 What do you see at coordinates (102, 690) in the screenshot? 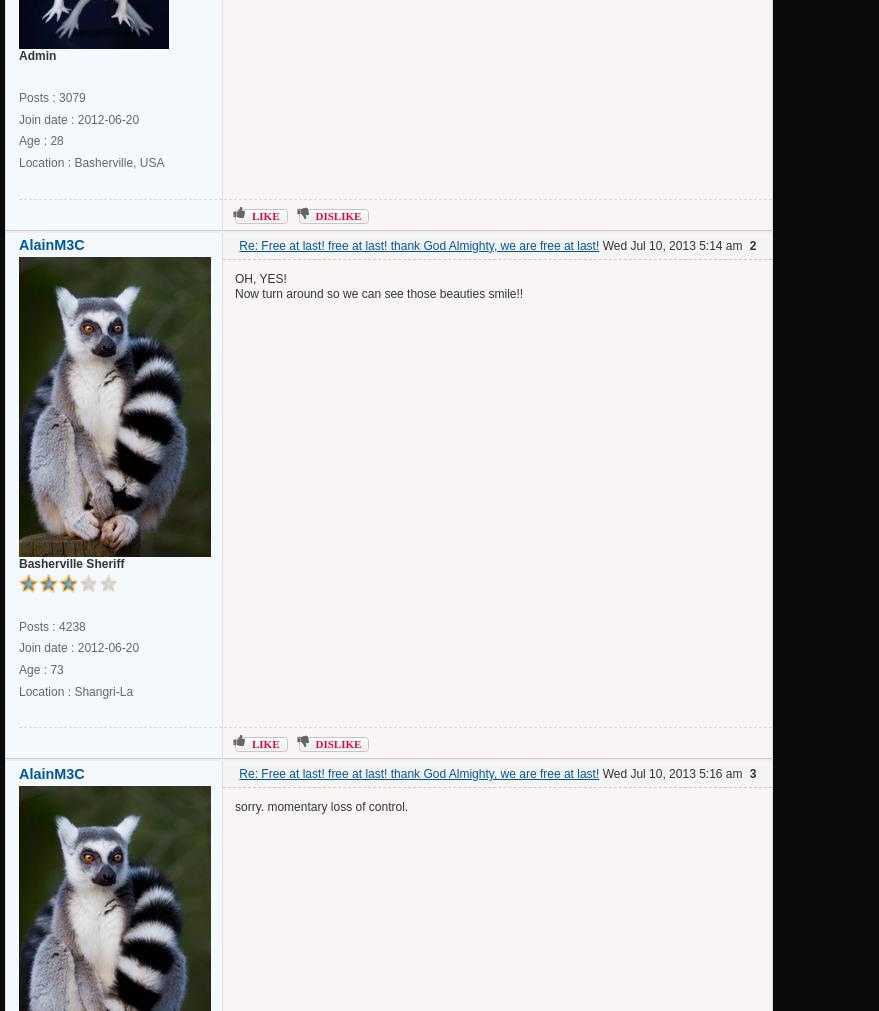
I see `'Shangri-La'` at bounding box center [102, 690].